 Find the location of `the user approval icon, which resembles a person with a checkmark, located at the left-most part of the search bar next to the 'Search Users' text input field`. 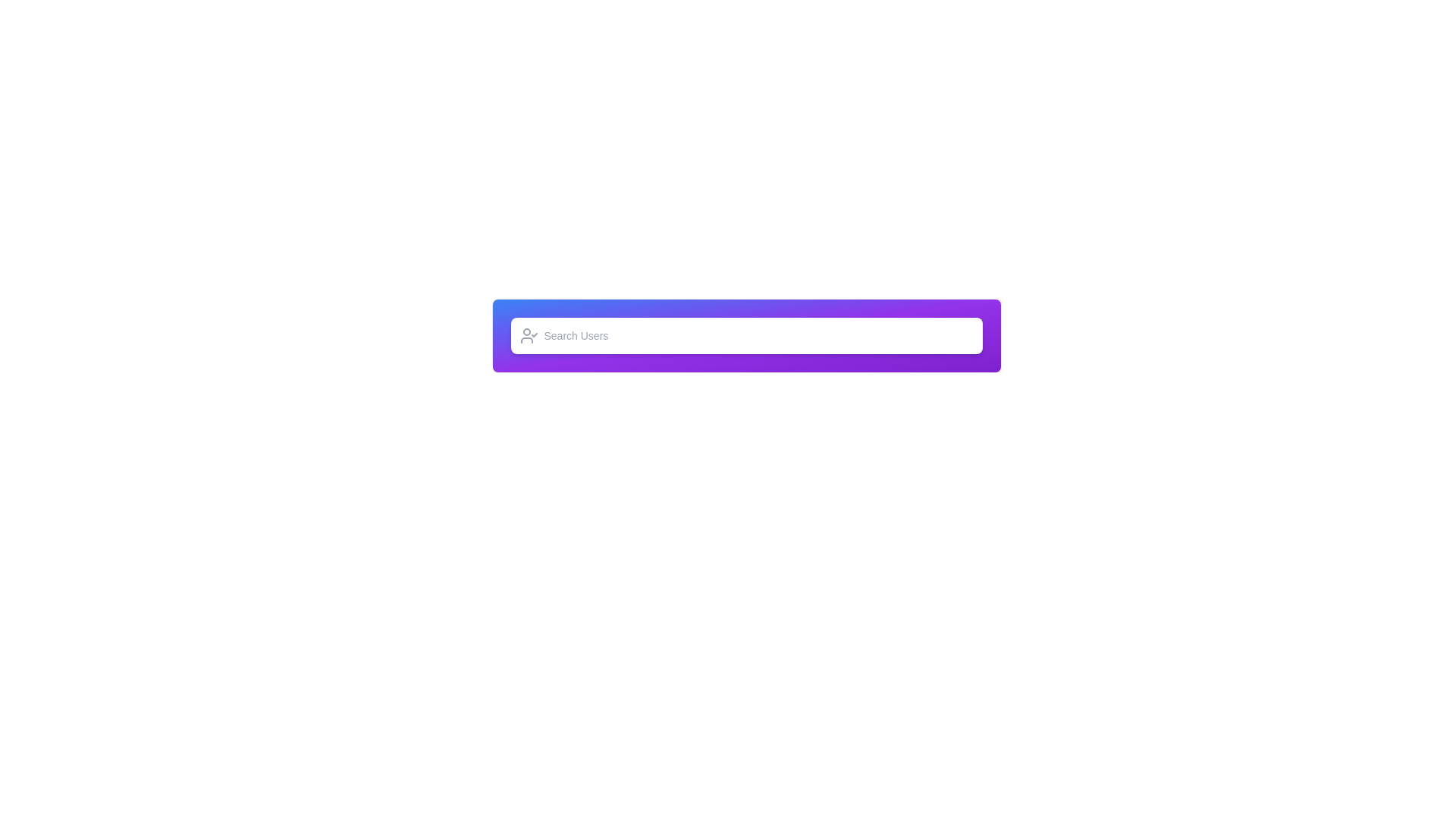

the user approval icon, which resembles a person with a checkmark, located at the left-most part of the search bar next to the 'Search Users' text input field is located at coordinates (529, 335).